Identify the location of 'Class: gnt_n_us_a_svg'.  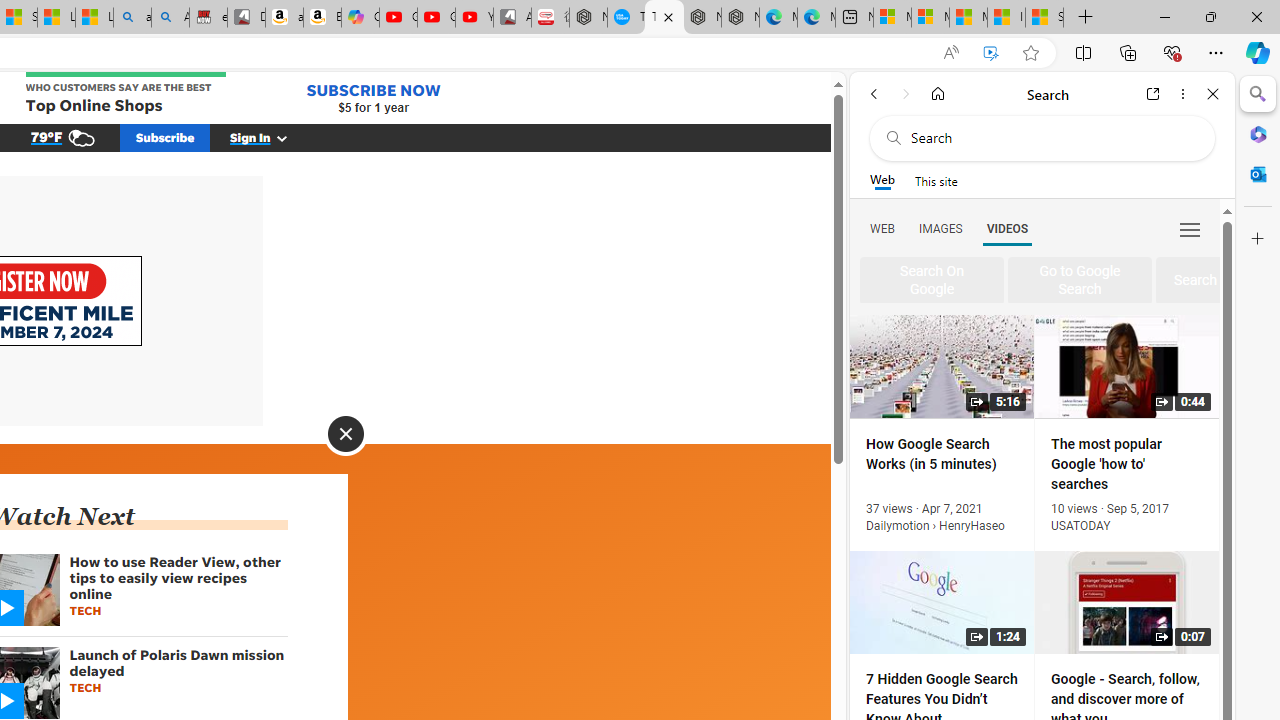
(277, 136).